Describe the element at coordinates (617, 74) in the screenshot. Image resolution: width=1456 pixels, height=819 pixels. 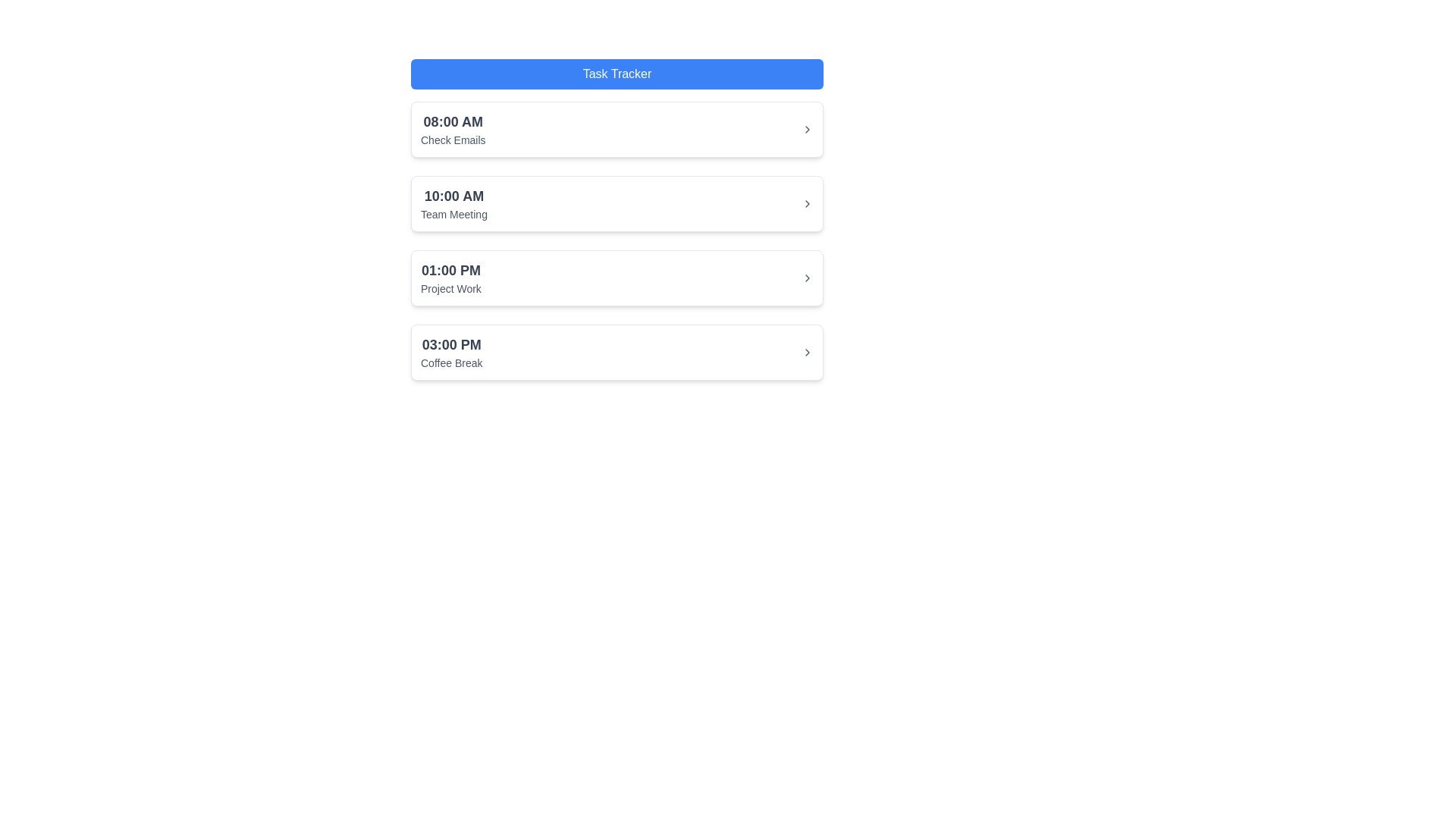
I see `text content of the Header located at the top of the interface, which provides context for the content below it` at that location.